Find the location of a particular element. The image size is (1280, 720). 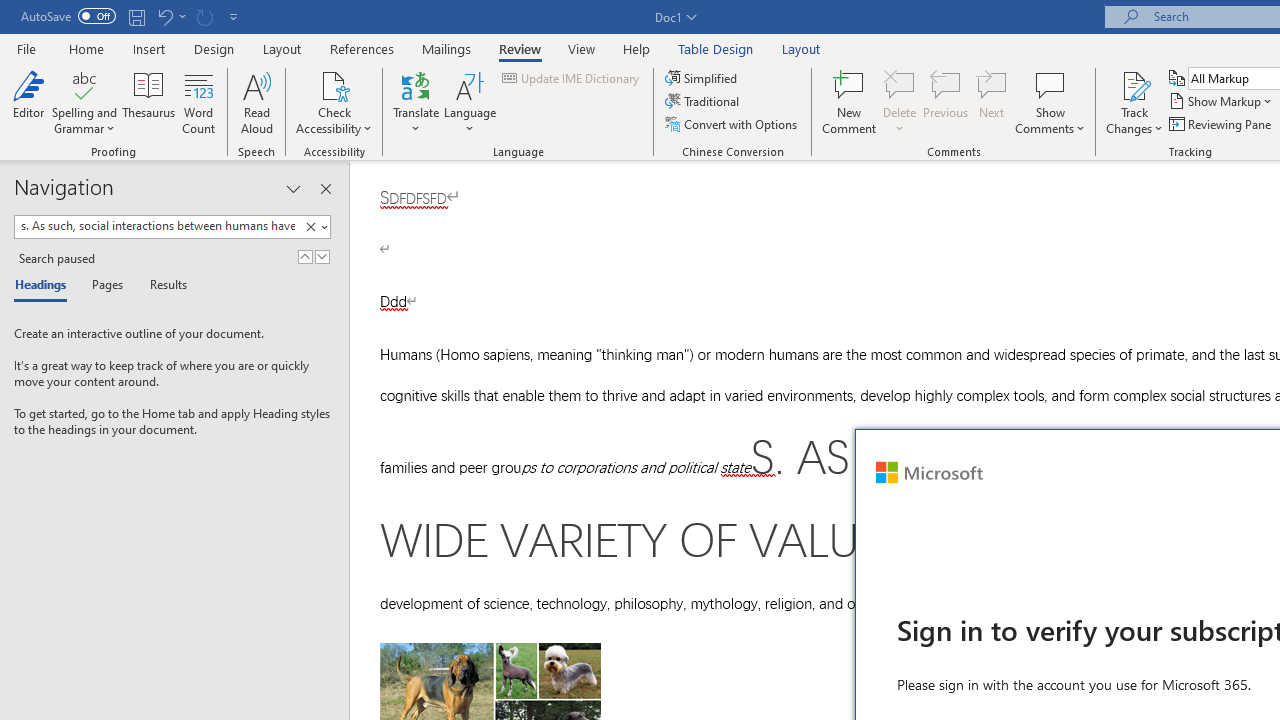

'Update IME Dictionary...' is located at coordinates (571, 77).